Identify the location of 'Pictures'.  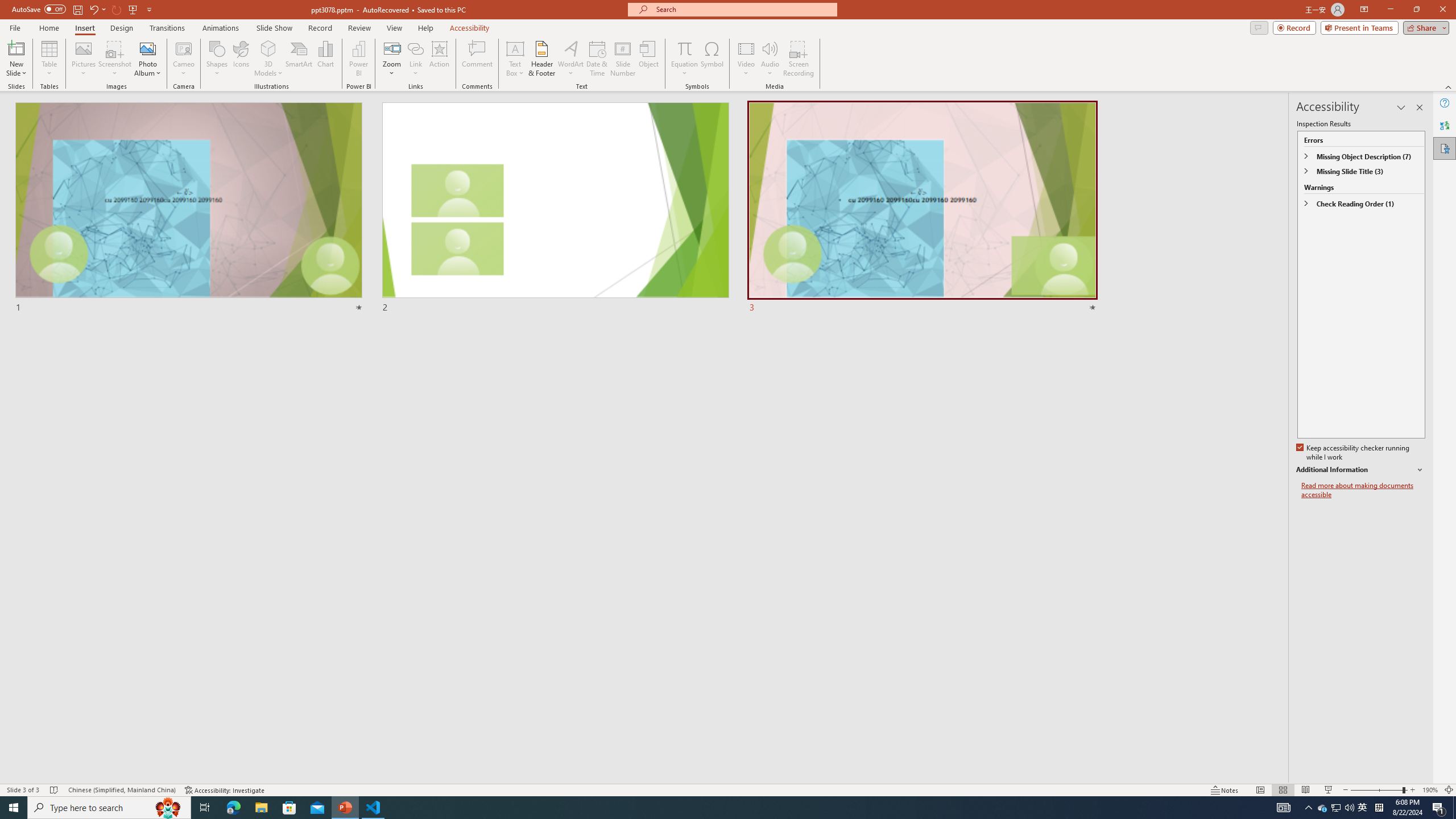
(83, 59).